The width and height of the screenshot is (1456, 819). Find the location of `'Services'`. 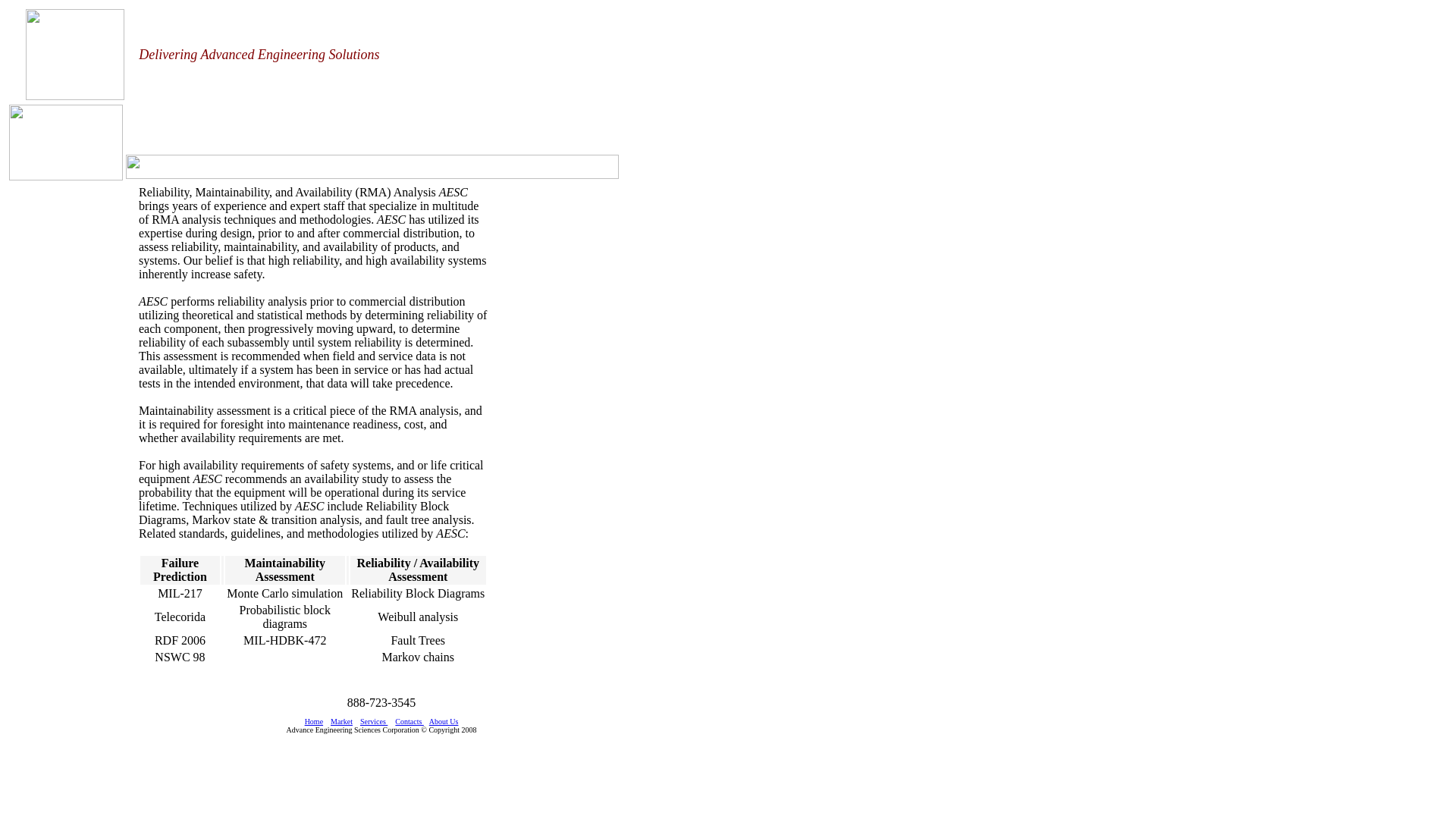

'Services' is located at coordinates (359, 720).